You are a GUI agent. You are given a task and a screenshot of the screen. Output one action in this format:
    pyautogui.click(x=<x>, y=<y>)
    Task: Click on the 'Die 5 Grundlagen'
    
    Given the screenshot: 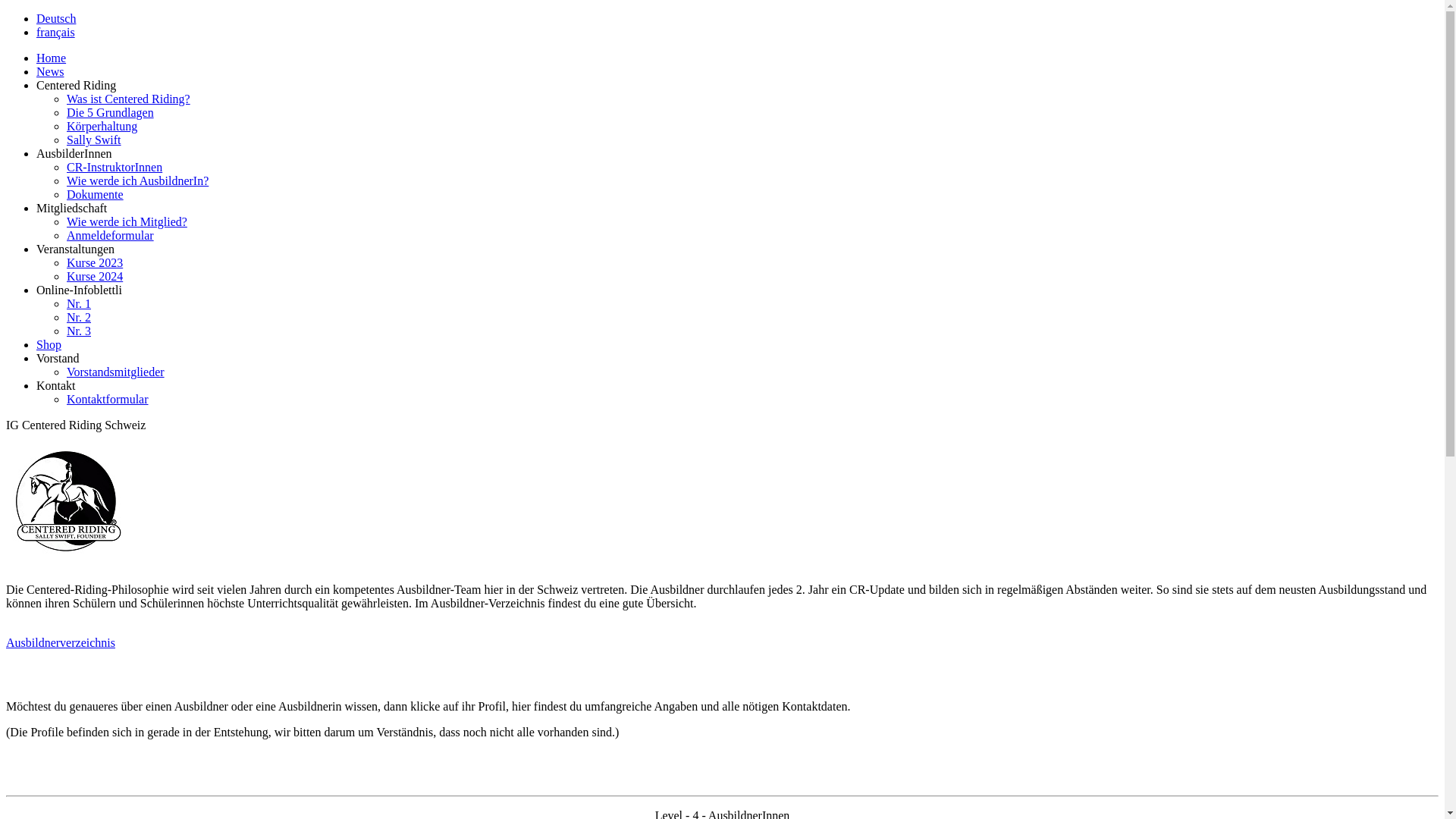 What is the action you would take?
    pyautogui.click(x=65, y=111)
    